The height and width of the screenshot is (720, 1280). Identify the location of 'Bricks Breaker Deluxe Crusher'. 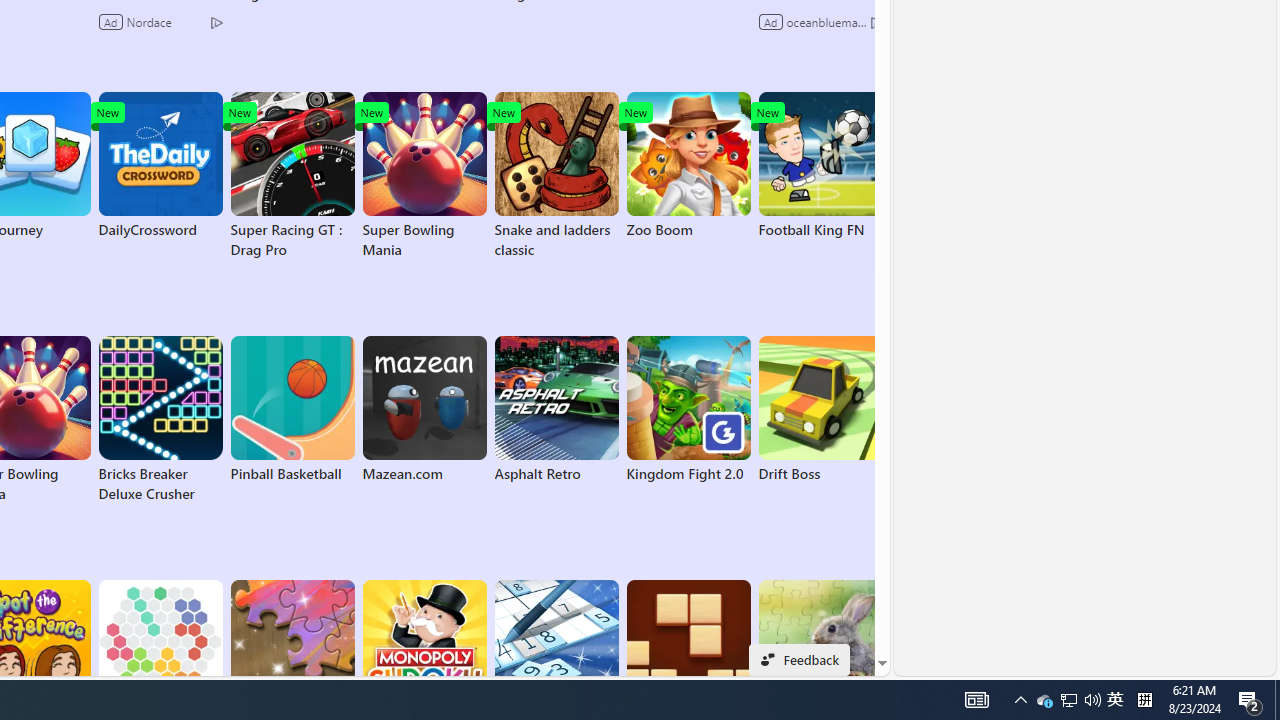
(160, 419).